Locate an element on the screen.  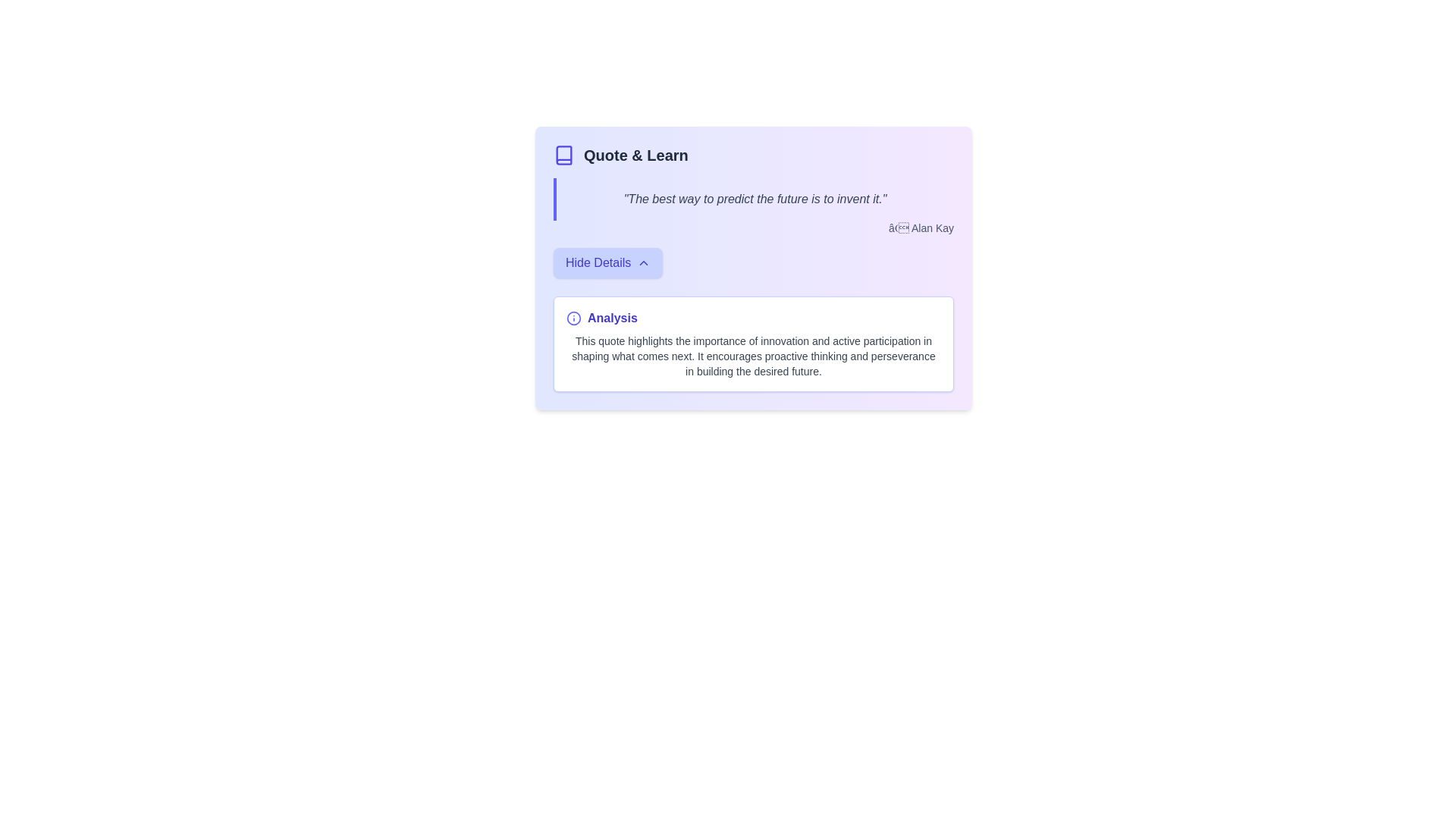
the upwards-facing chevron icon, which is a thin outline with rounded edges, located to the right of the 'Hide Details' text within the button is located at coordinates (644, 262).